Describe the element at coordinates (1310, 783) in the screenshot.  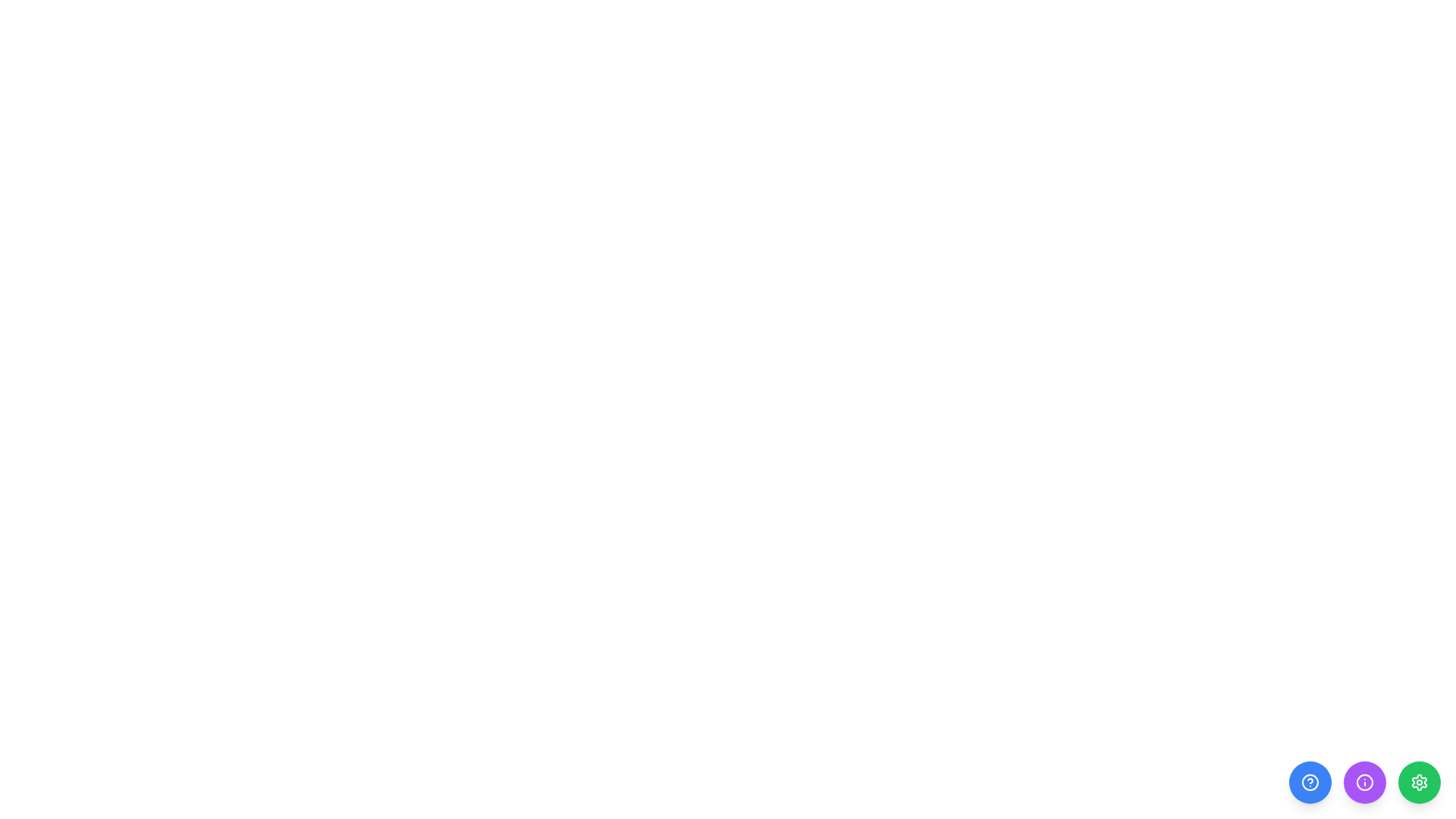
I see `the circular blue button with a white question mark icon located in the bottom-right corner of the interface` at that location.